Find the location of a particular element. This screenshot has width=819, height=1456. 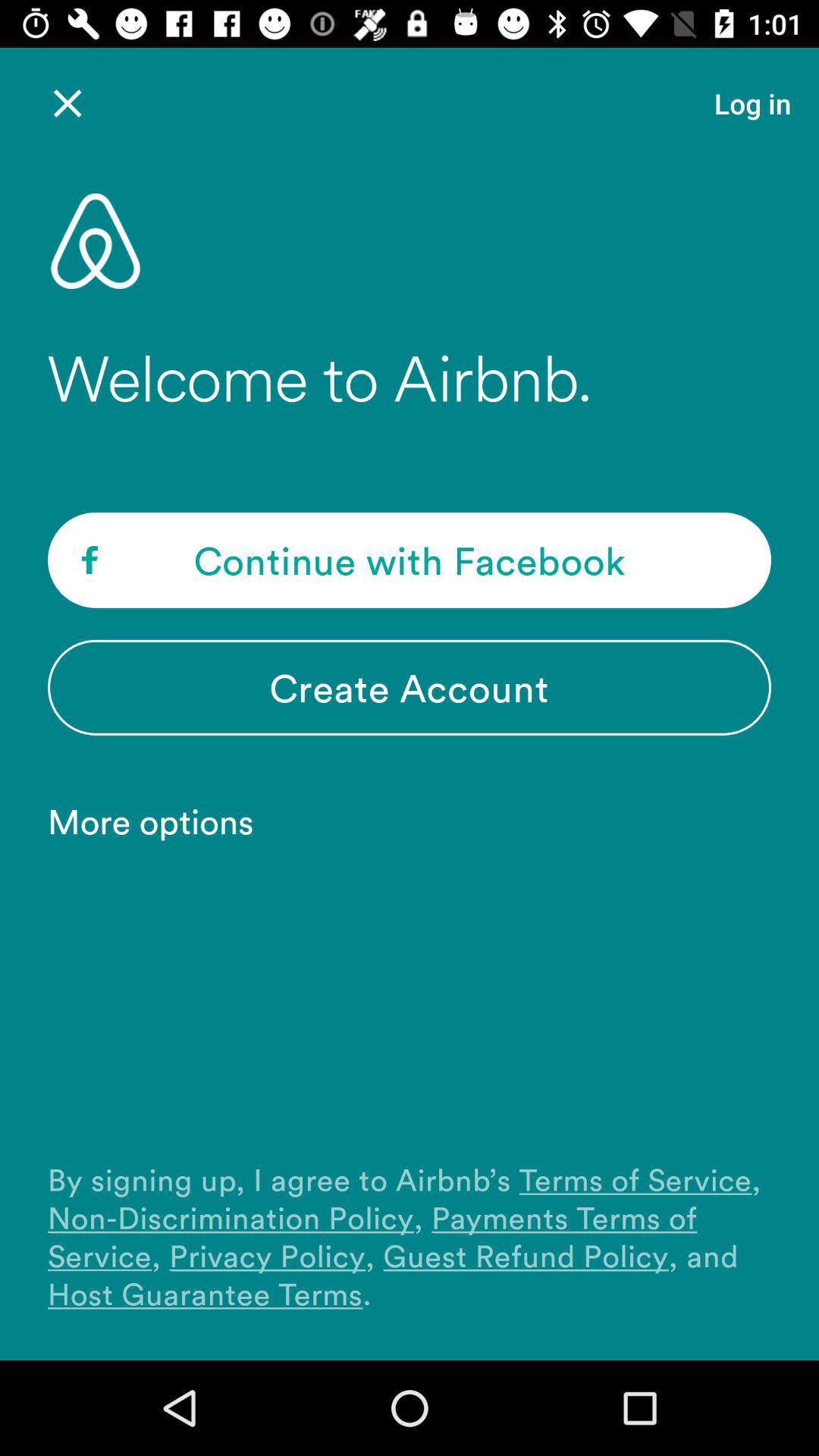

the create account item is located at coordinates (409, 686).